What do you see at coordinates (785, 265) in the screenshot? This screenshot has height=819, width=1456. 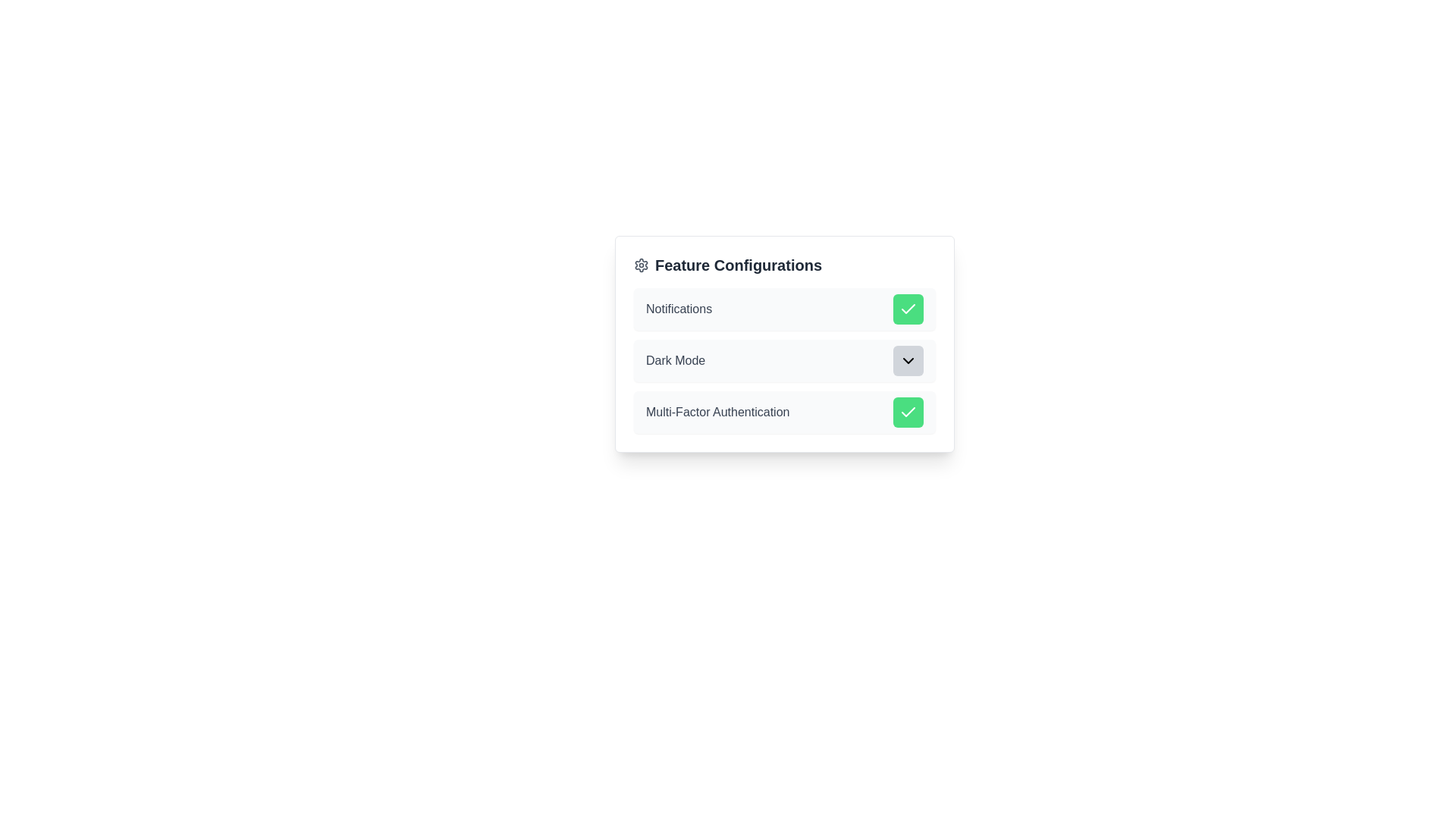 I see `the Header element titled 'Feature Configurations', which includes a bold heading and a gear icon, located at the top of a bordered rectangular card` at bounding box center [785, 265].